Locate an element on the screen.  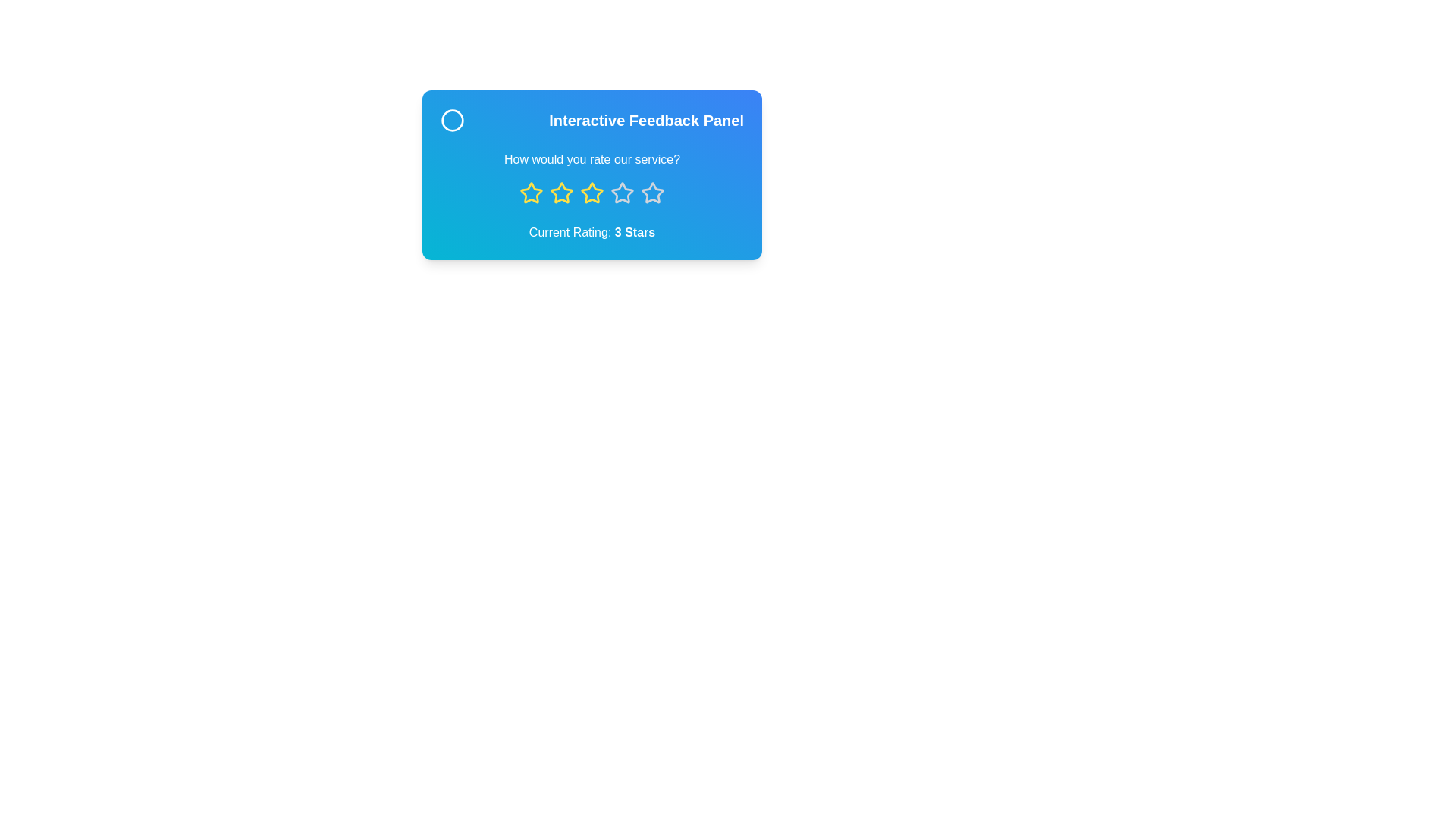
the static text displaying the current rating level, which is located below the five star icons and follows the label 'Current Rating:' in the blue panel is located at coordinates (635, 232).